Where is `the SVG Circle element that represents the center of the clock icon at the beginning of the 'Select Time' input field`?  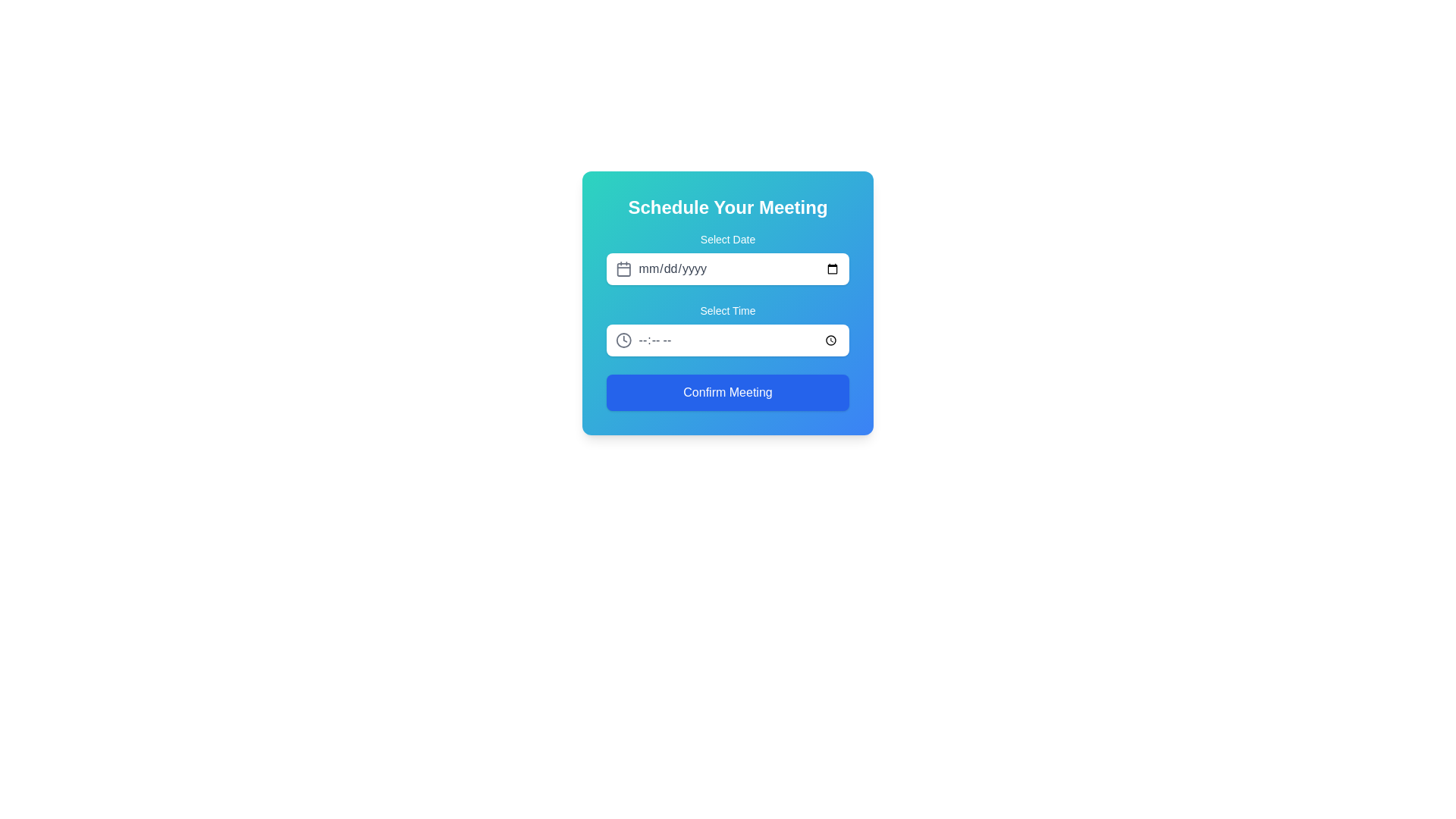
the SVG Circle element that represents the center of the clock icon at the beginning of the 'Select Time' input field is located at coordinates (623, 339).